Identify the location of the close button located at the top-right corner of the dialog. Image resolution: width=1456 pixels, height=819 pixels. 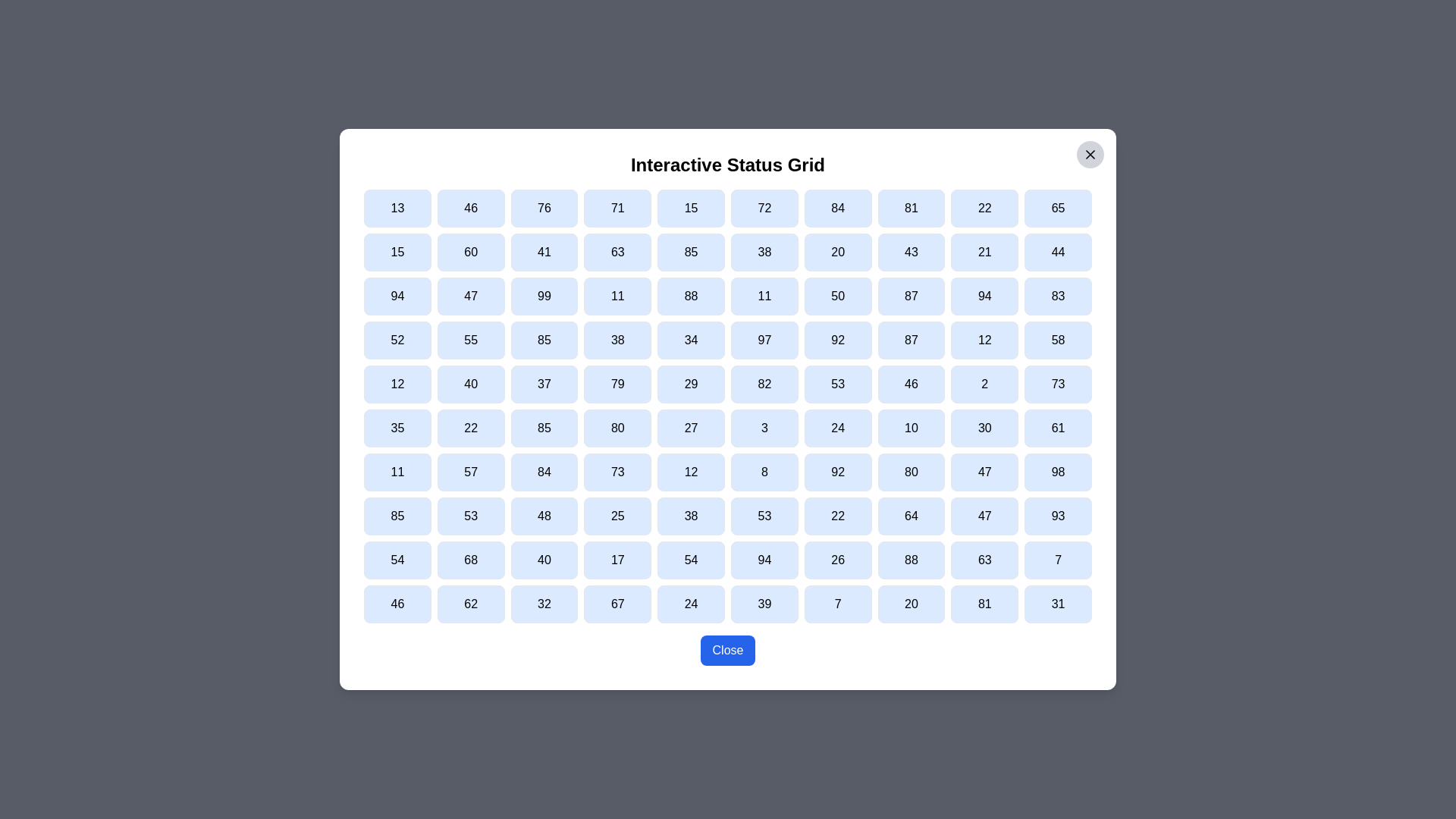
(1090, 155).